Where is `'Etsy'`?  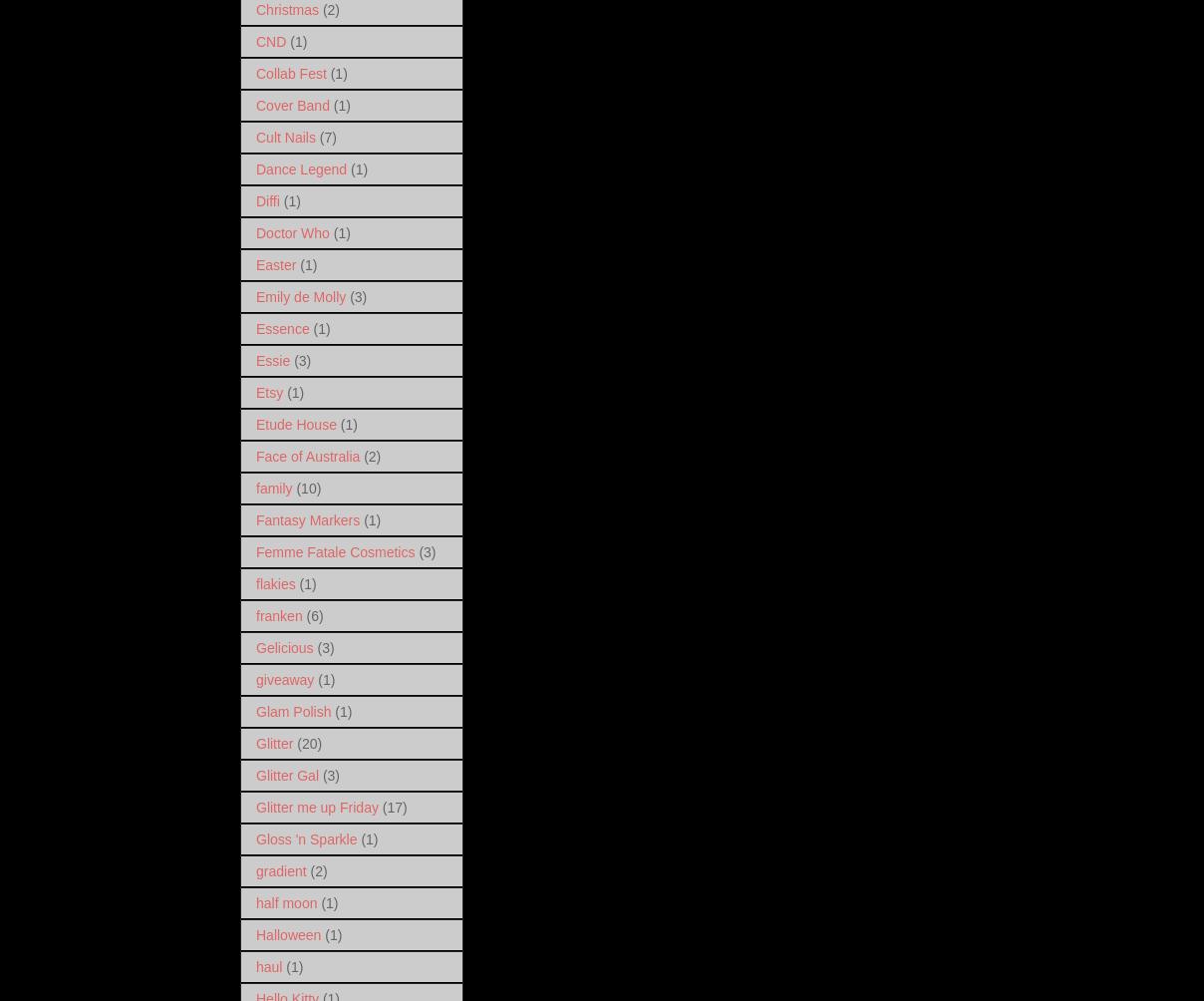
'Etsy' is located at coordinates (269, 390).